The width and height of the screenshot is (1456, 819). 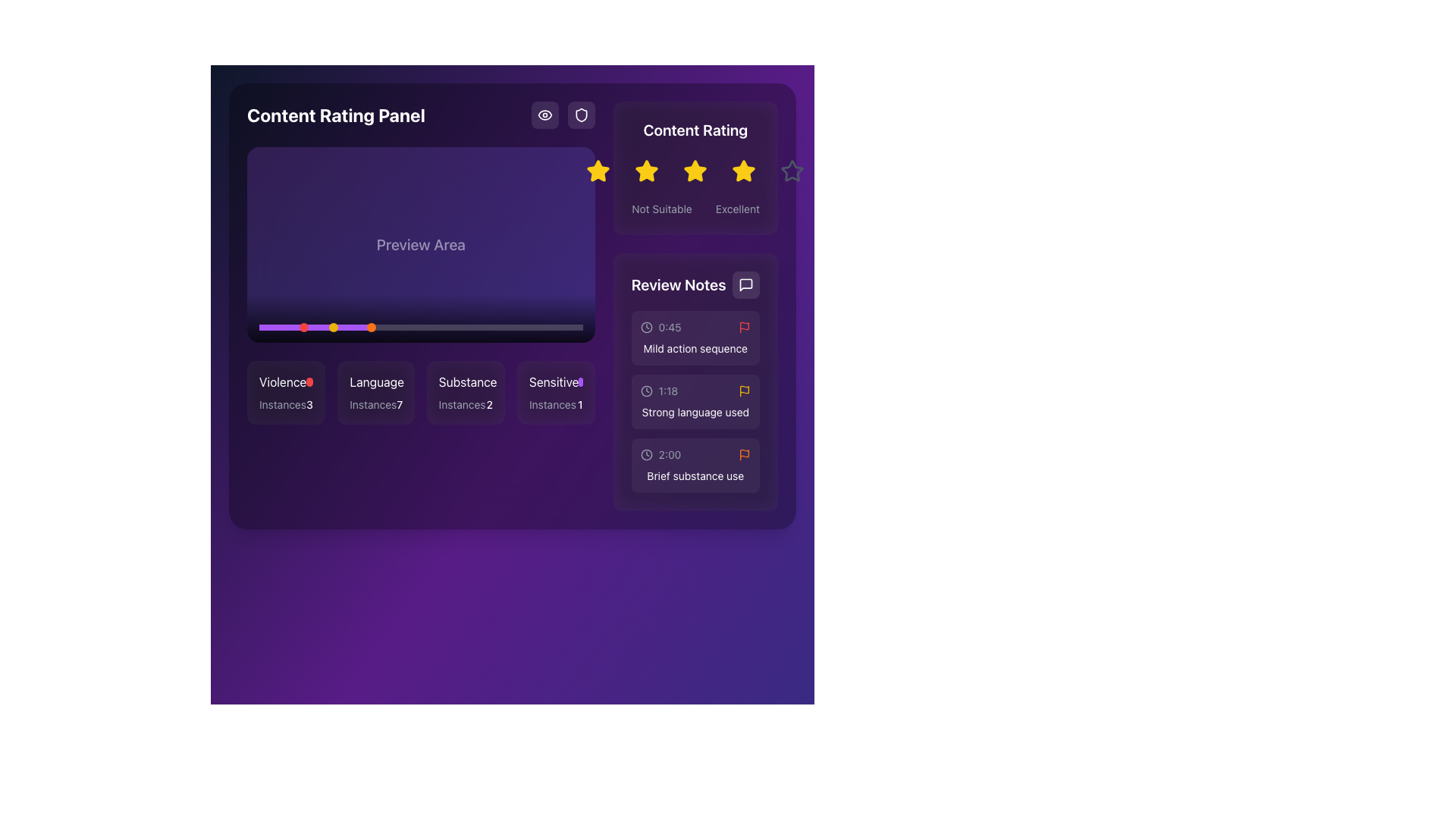 What do you see at coordinates (667, 391) in the screenshot?
I see `the second timestamp indicator located within the 'Review Notes' section, positioned below the '0:45' timestamp and above the '2:00' timestamp` at bounding box center [667, 391].